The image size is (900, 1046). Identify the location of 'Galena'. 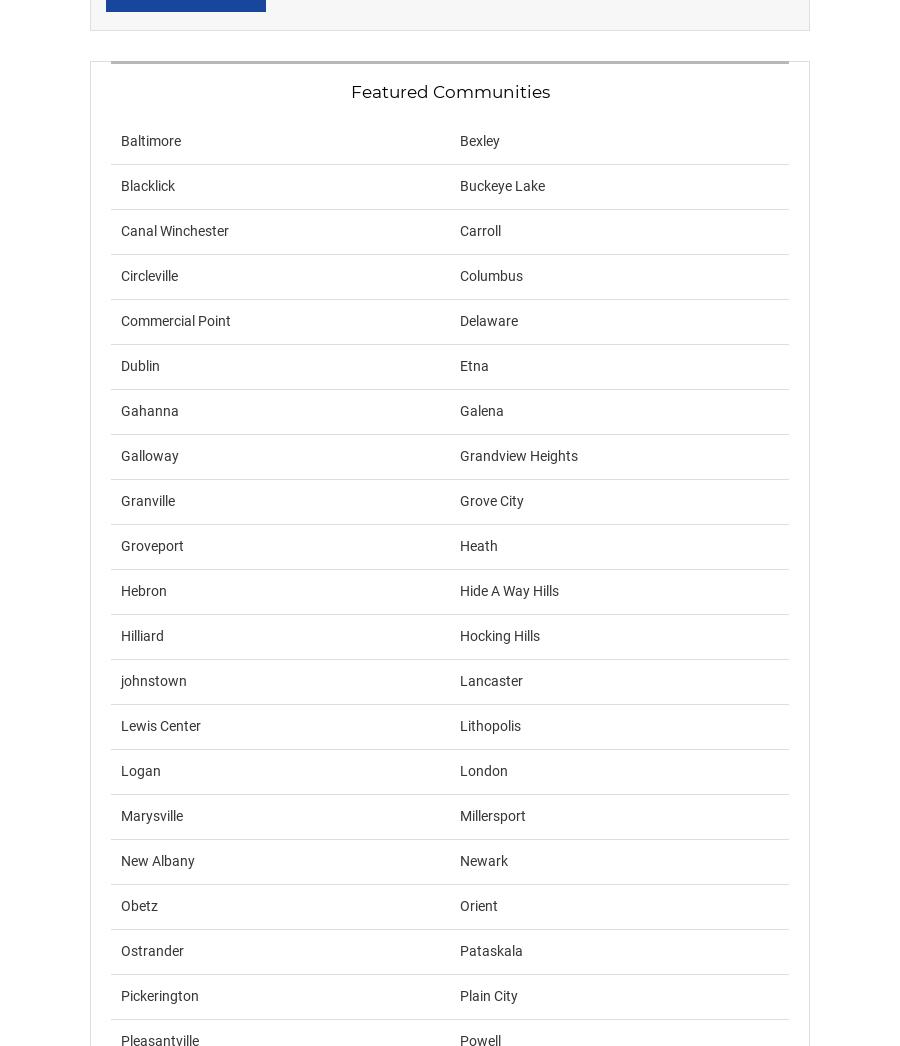
(481, 410).